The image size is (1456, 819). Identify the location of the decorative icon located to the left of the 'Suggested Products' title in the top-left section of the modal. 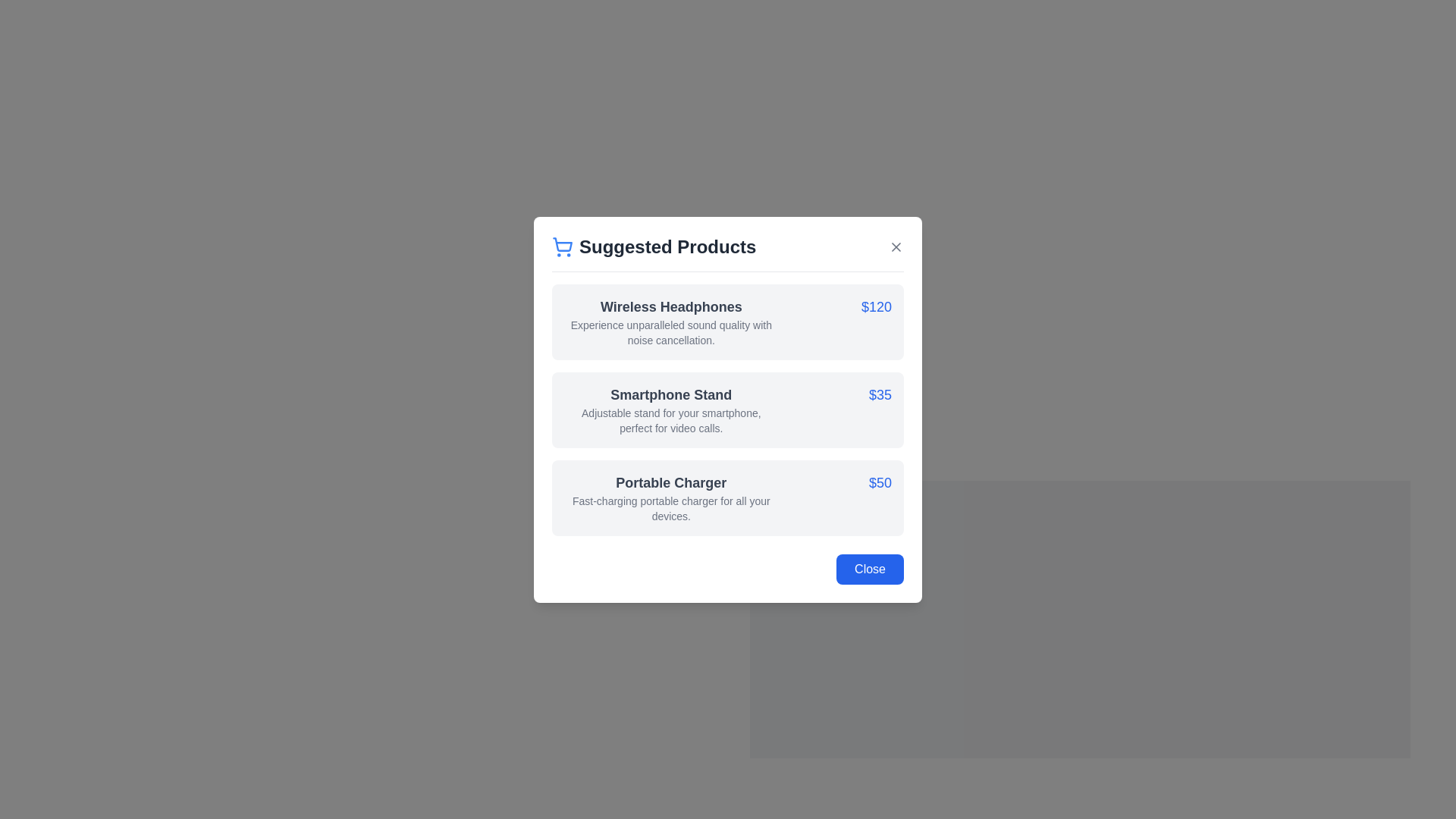
(562, 245).